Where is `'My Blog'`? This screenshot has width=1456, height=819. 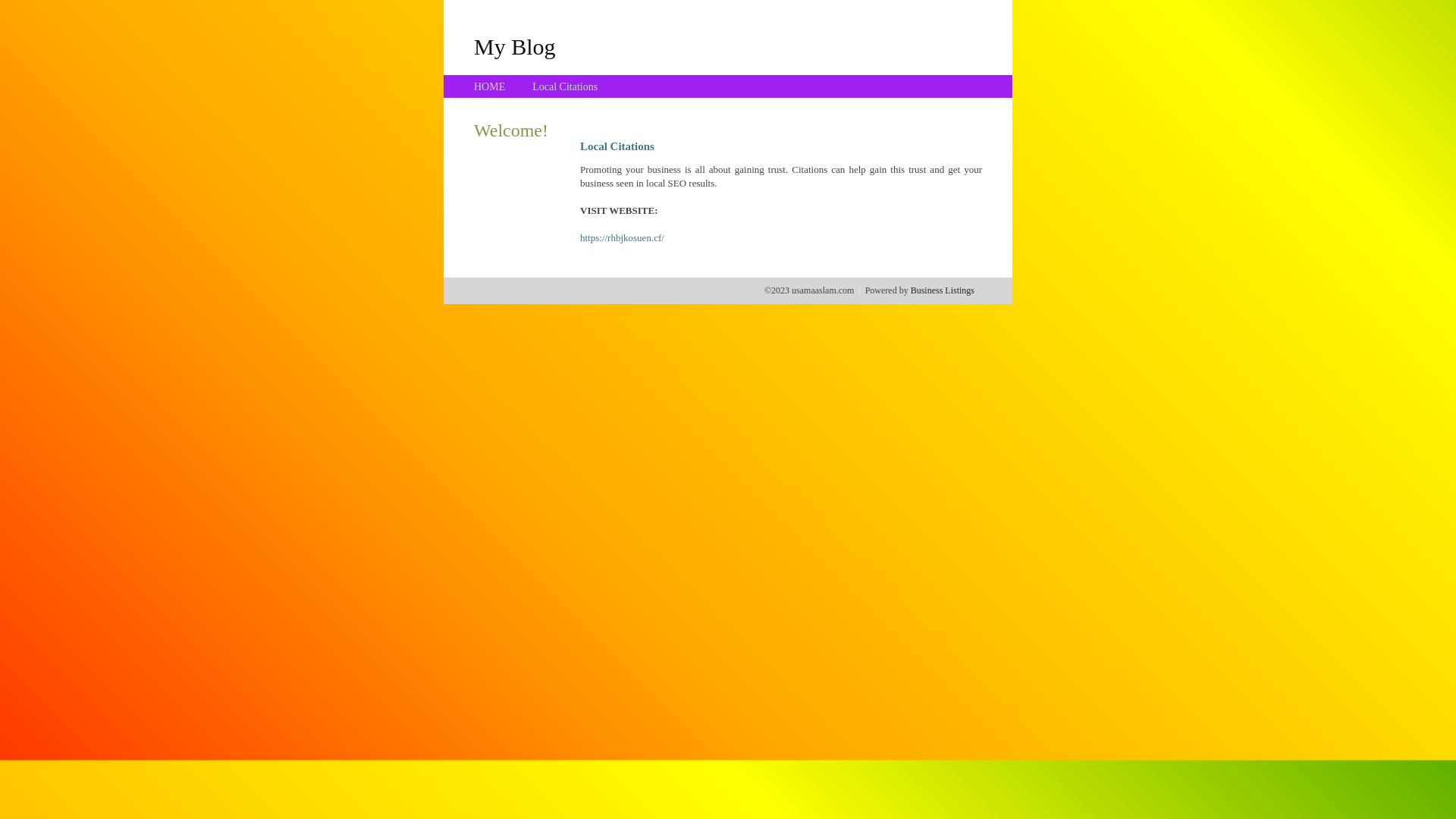
'My Blog' is located at coordinates (514, 45).